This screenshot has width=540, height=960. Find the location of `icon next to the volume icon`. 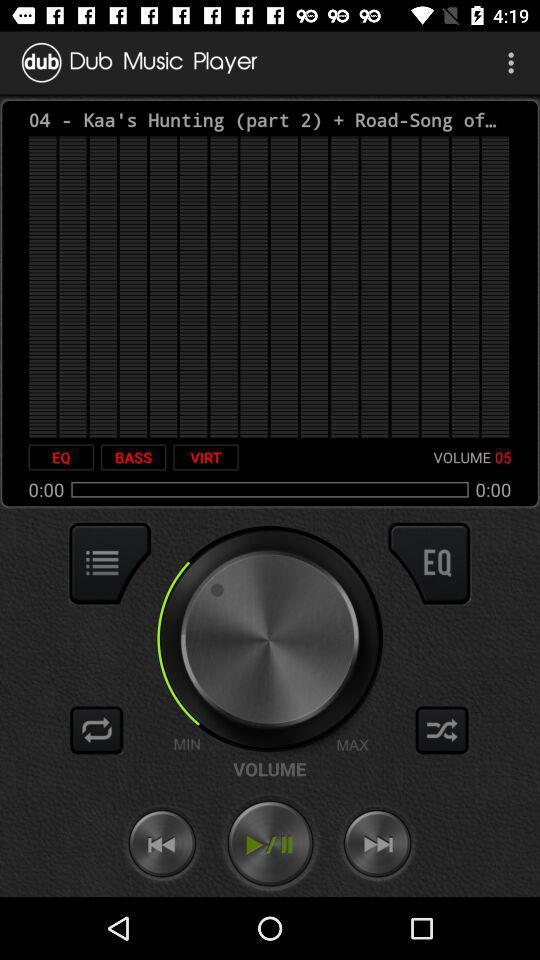

icon next to the volume icon is located at coordinates (205, 457).